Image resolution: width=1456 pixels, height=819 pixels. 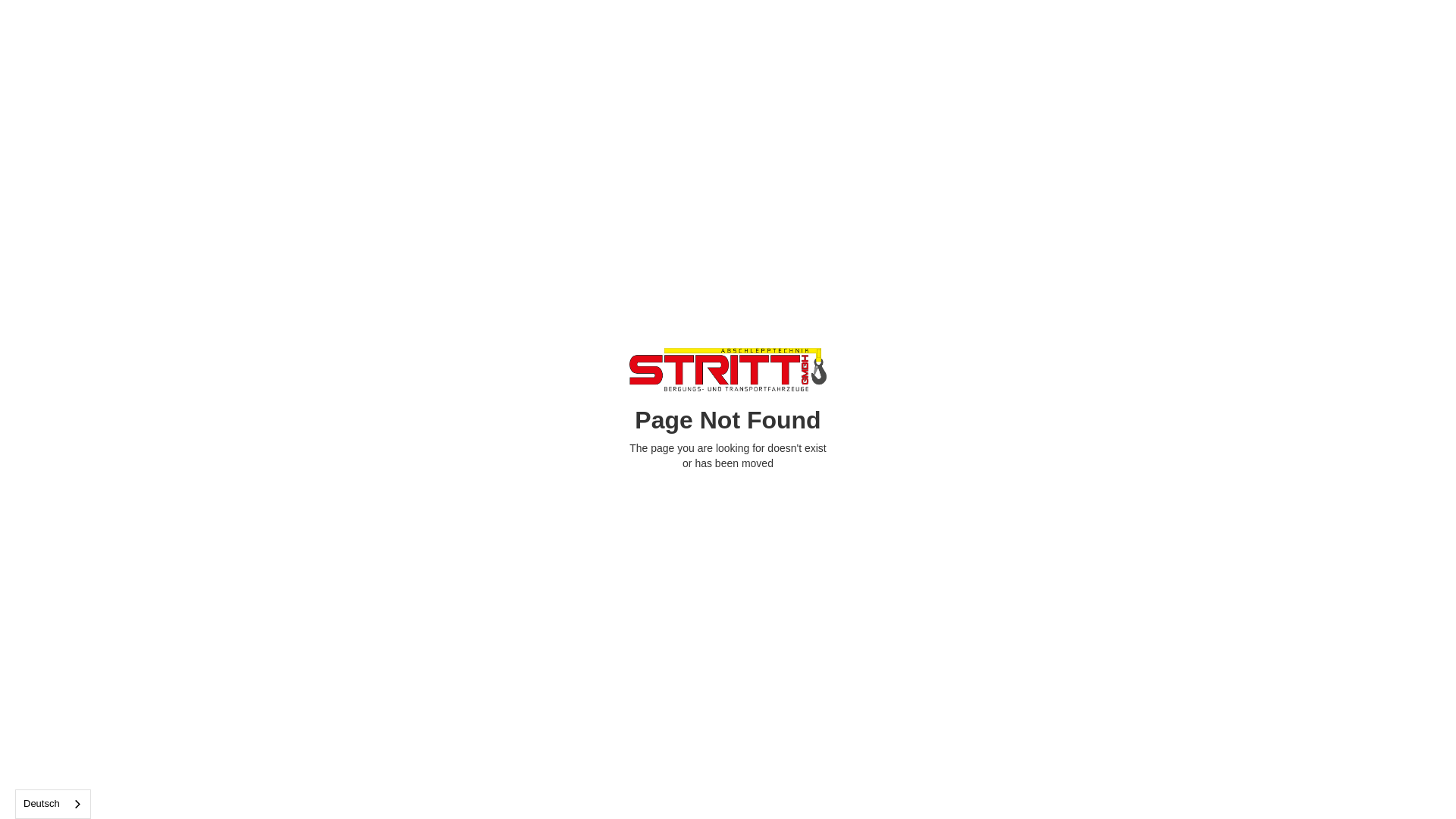 What do you see at coordinates (53, 803) in the screenshot?
I see `'Deutsch'` at bounding box center [53, 803].